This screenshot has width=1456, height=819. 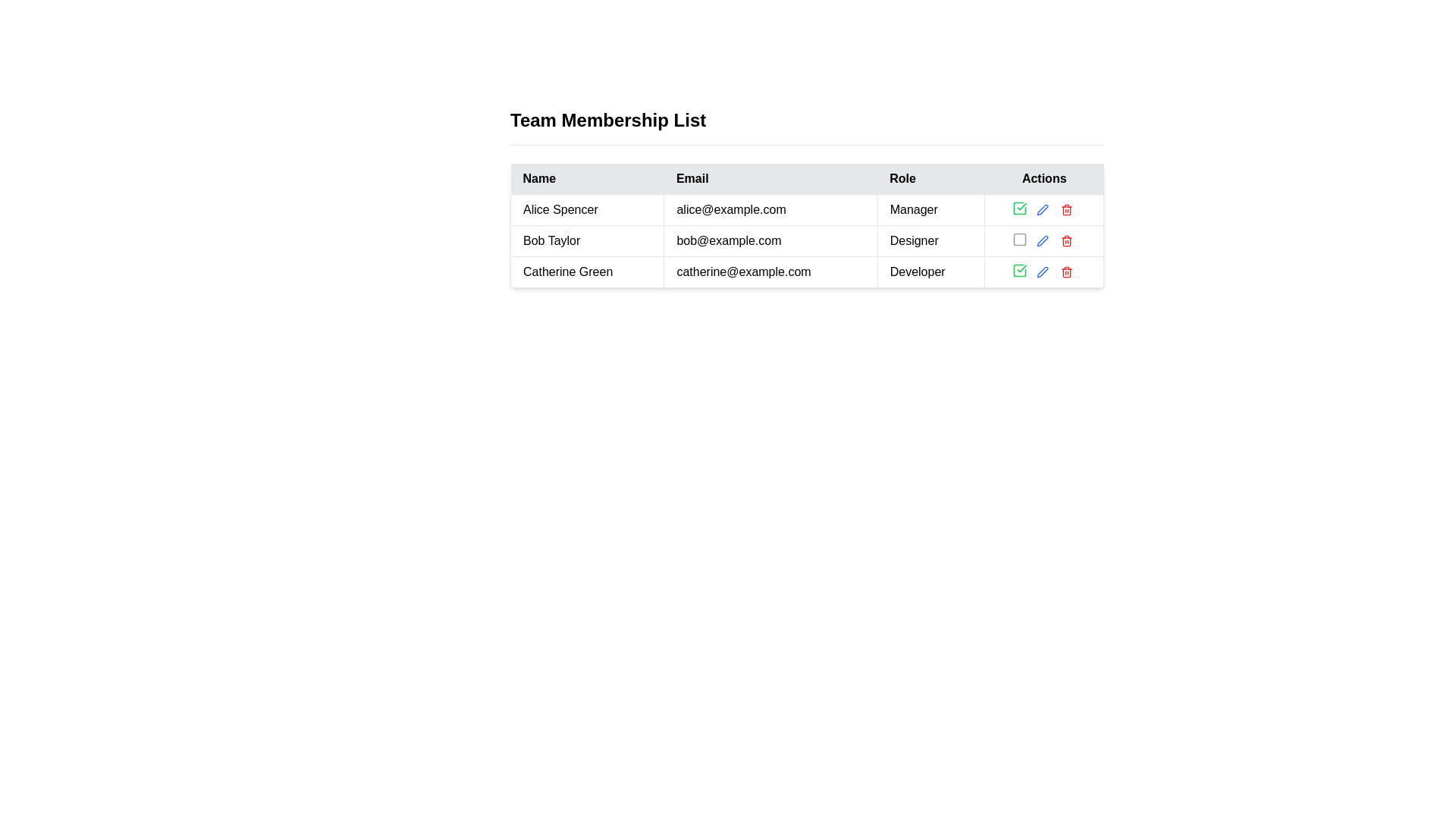 What do you see at coordinates (930, 240) in the screenshot?
I see `the text label displaying 'Designer' in the second row of the 'Team Membership List' table, located in the third column` at bounding box center [930, 240].